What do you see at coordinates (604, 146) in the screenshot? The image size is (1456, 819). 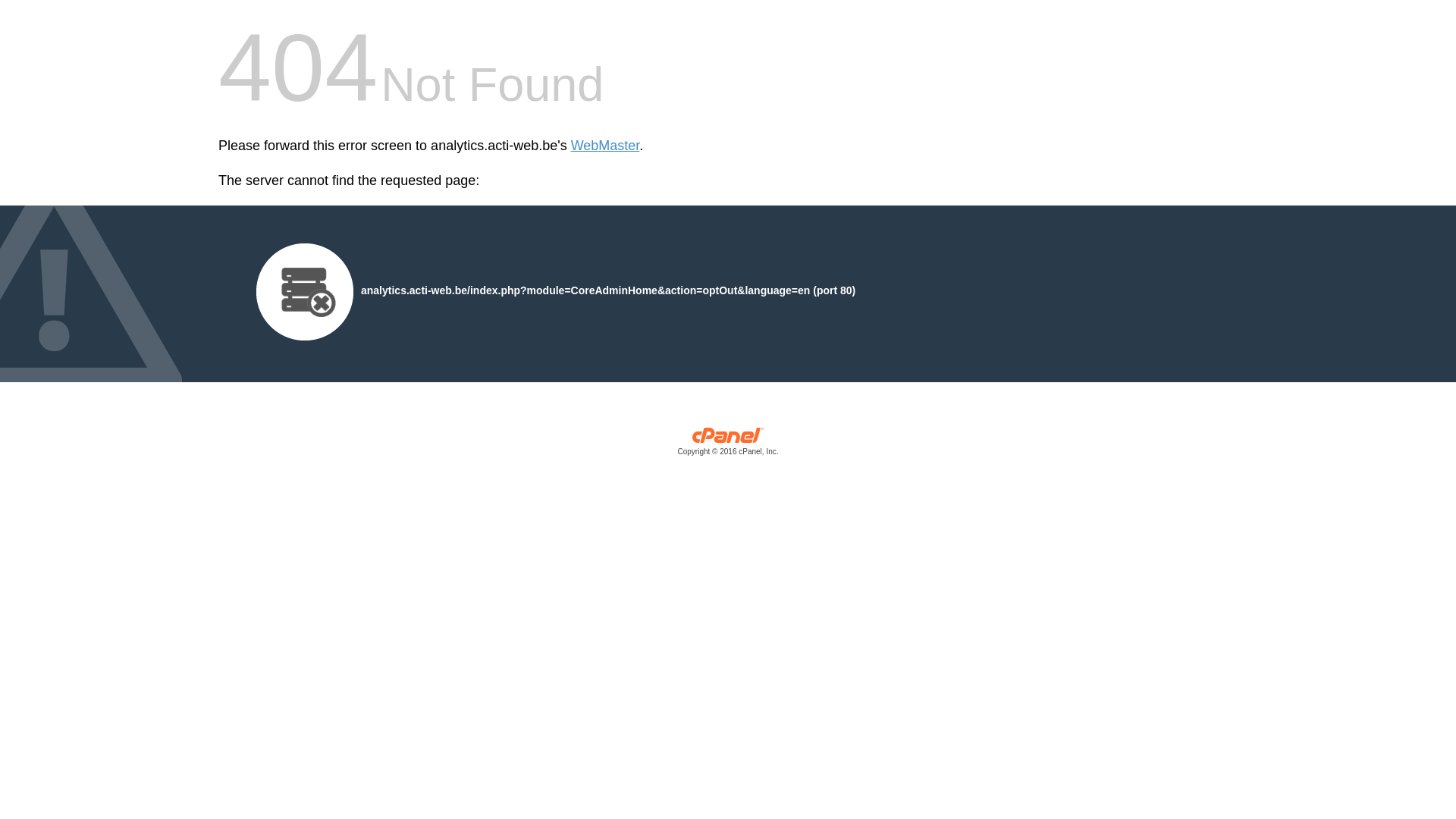 I see `'WebMaster'` at bounding box center [604, 146].